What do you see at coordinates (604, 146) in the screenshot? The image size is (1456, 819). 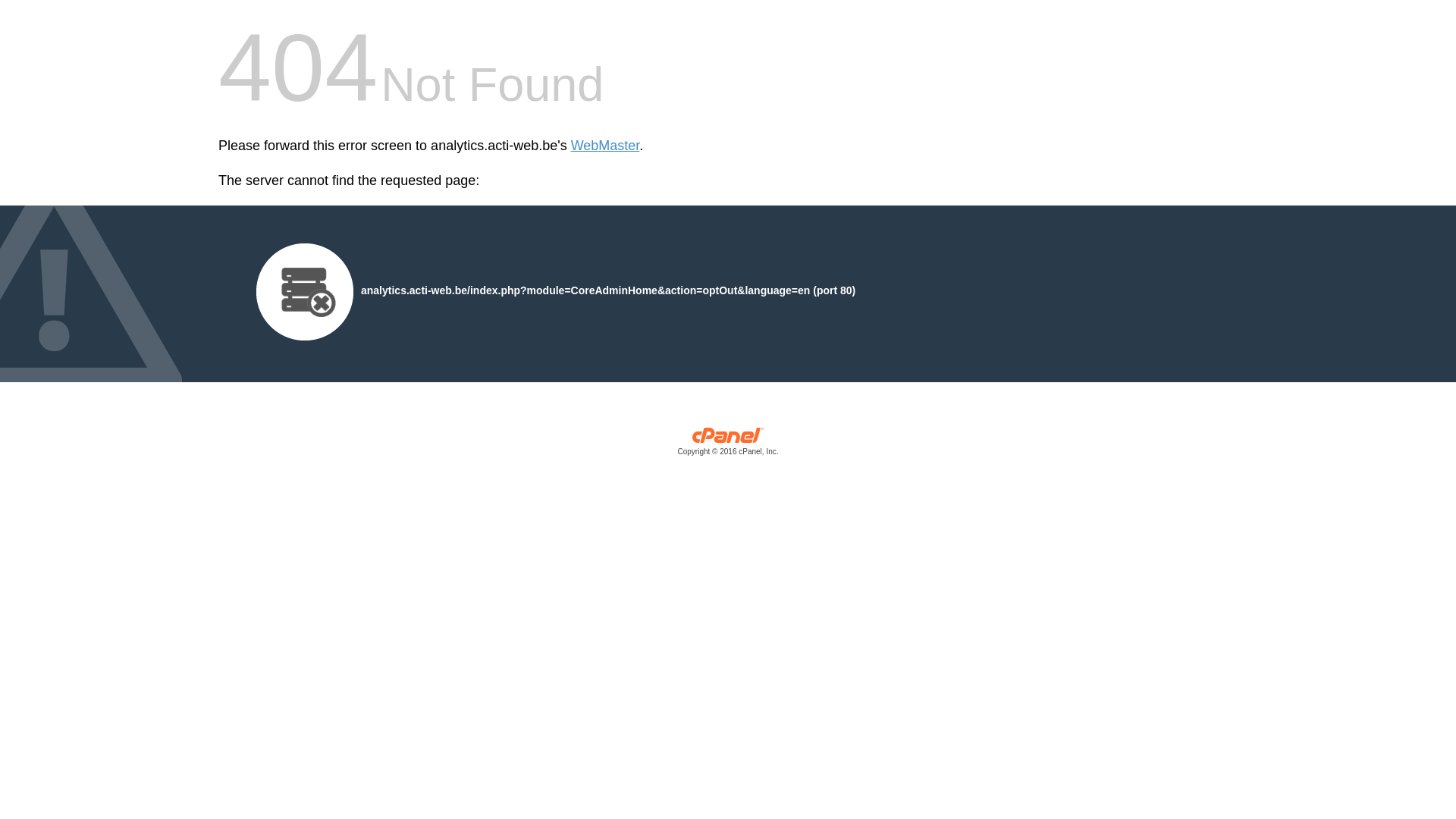 I see `'WebMaster'` at bounding box center [604, 146].